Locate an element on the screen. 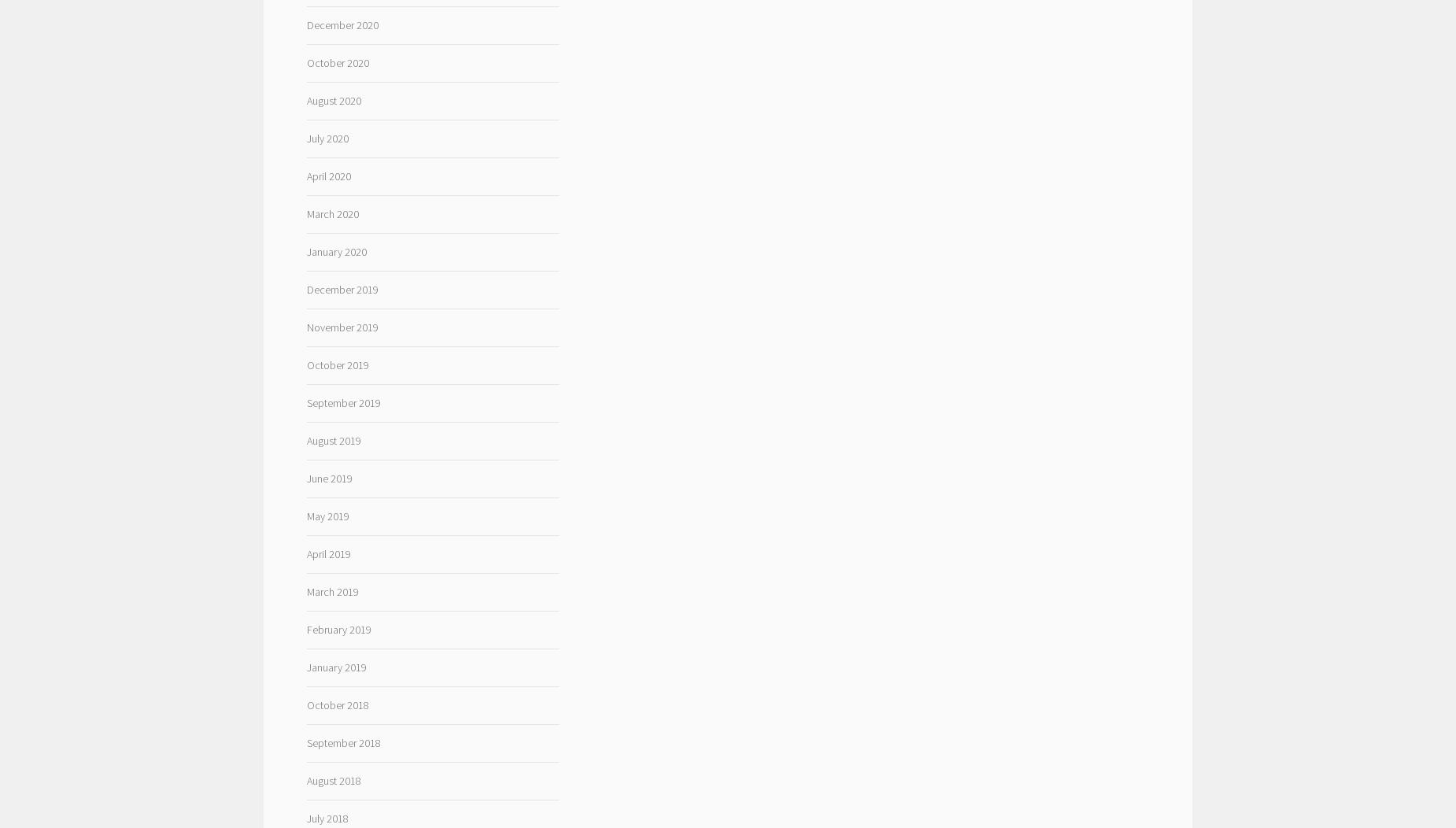 The width and height of the screenshot is (1456, 828). 'July 2018' is located at coordinates (326, 816).